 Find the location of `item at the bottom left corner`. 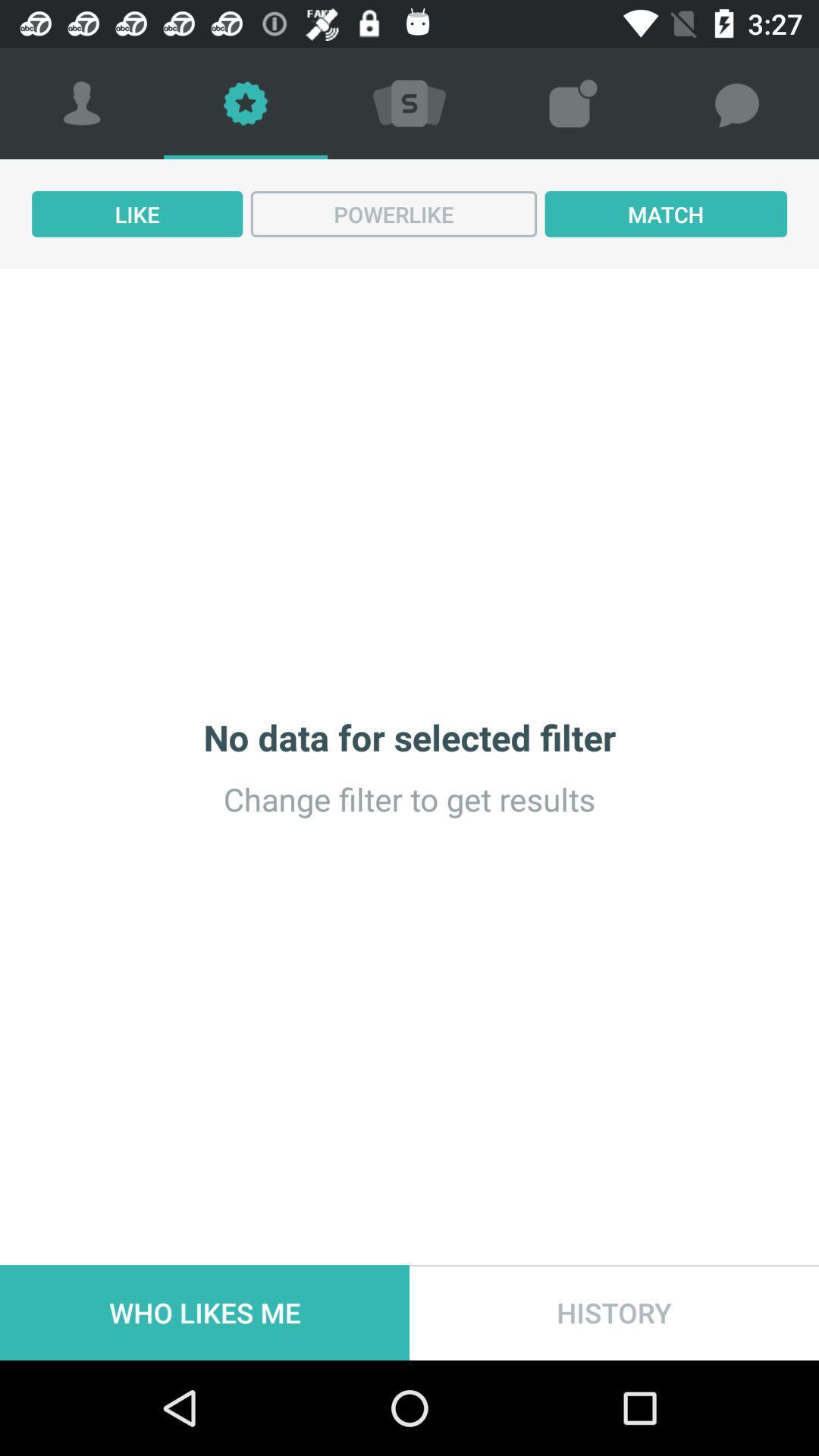

item at the bottom left corner is located at coordinates (205, 1312).